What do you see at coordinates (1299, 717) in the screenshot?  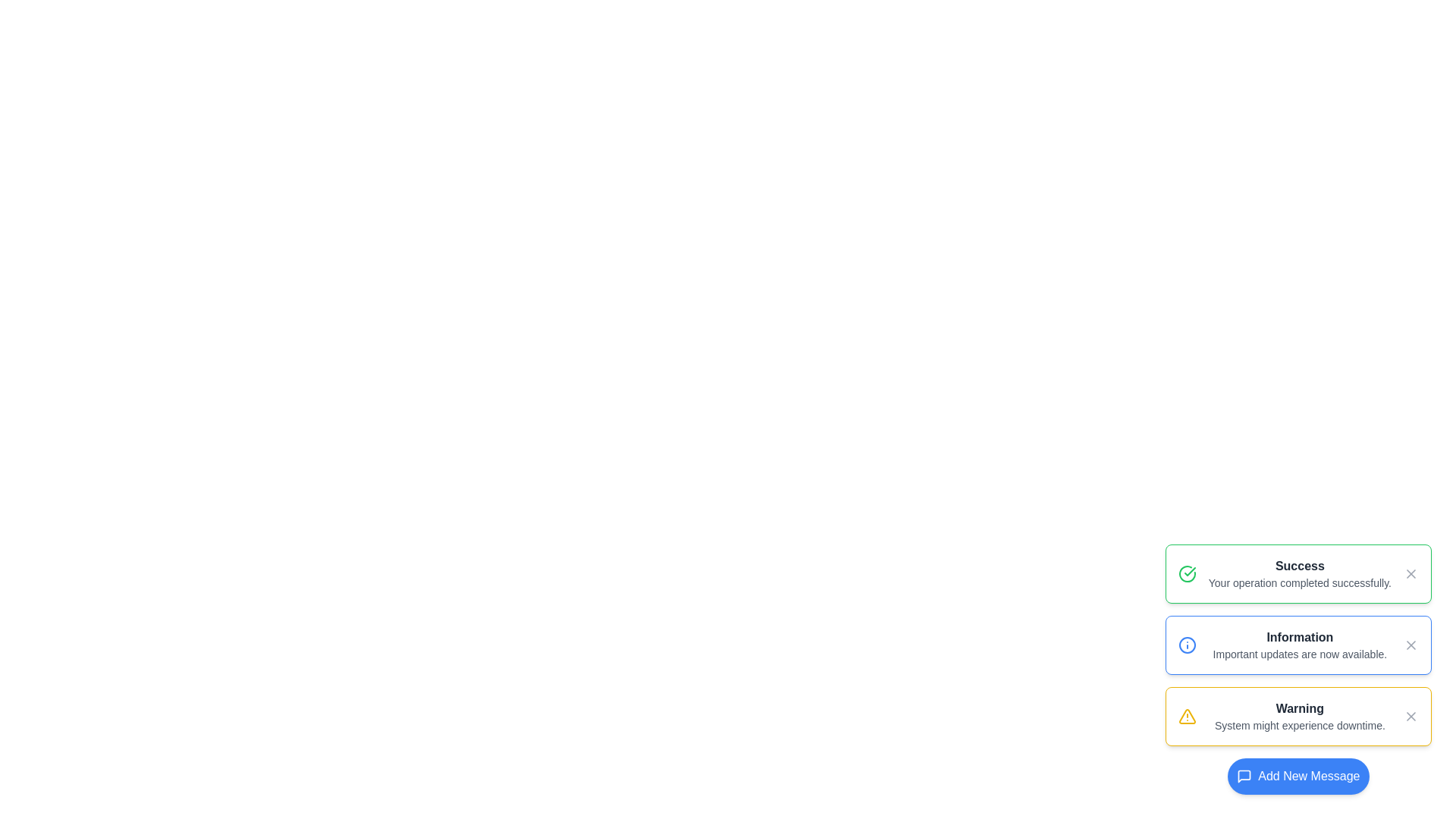 I see `the warning message in the 'Warning' notification box located near the bottom-right corner of the interface` at bounding box center [1299, 717].